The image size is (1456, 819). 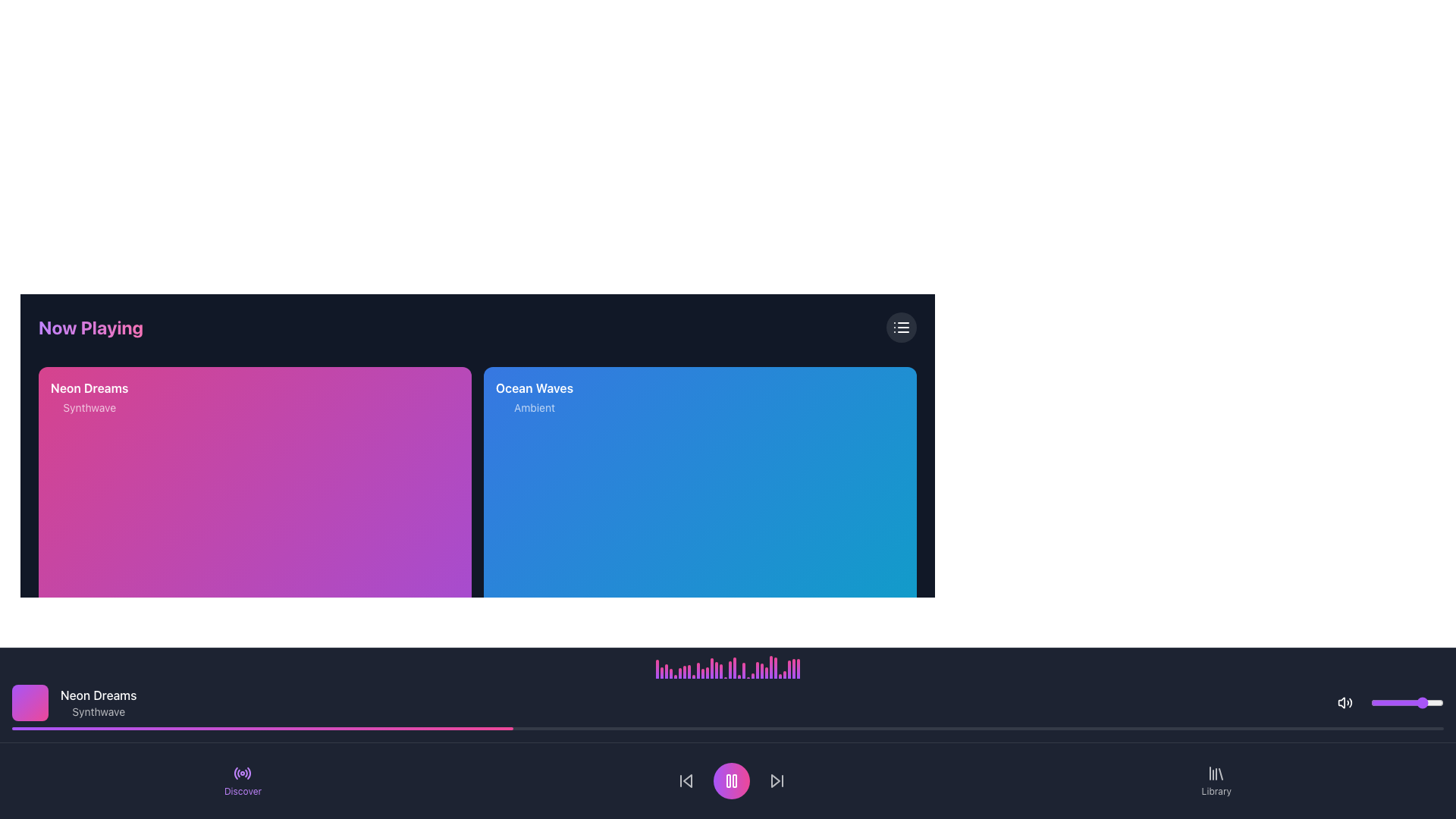 I want to click on the 15th vertical bar of the graphical equalizer display, which visualizes audio frequencies or levels, so click(x=720, y=669).